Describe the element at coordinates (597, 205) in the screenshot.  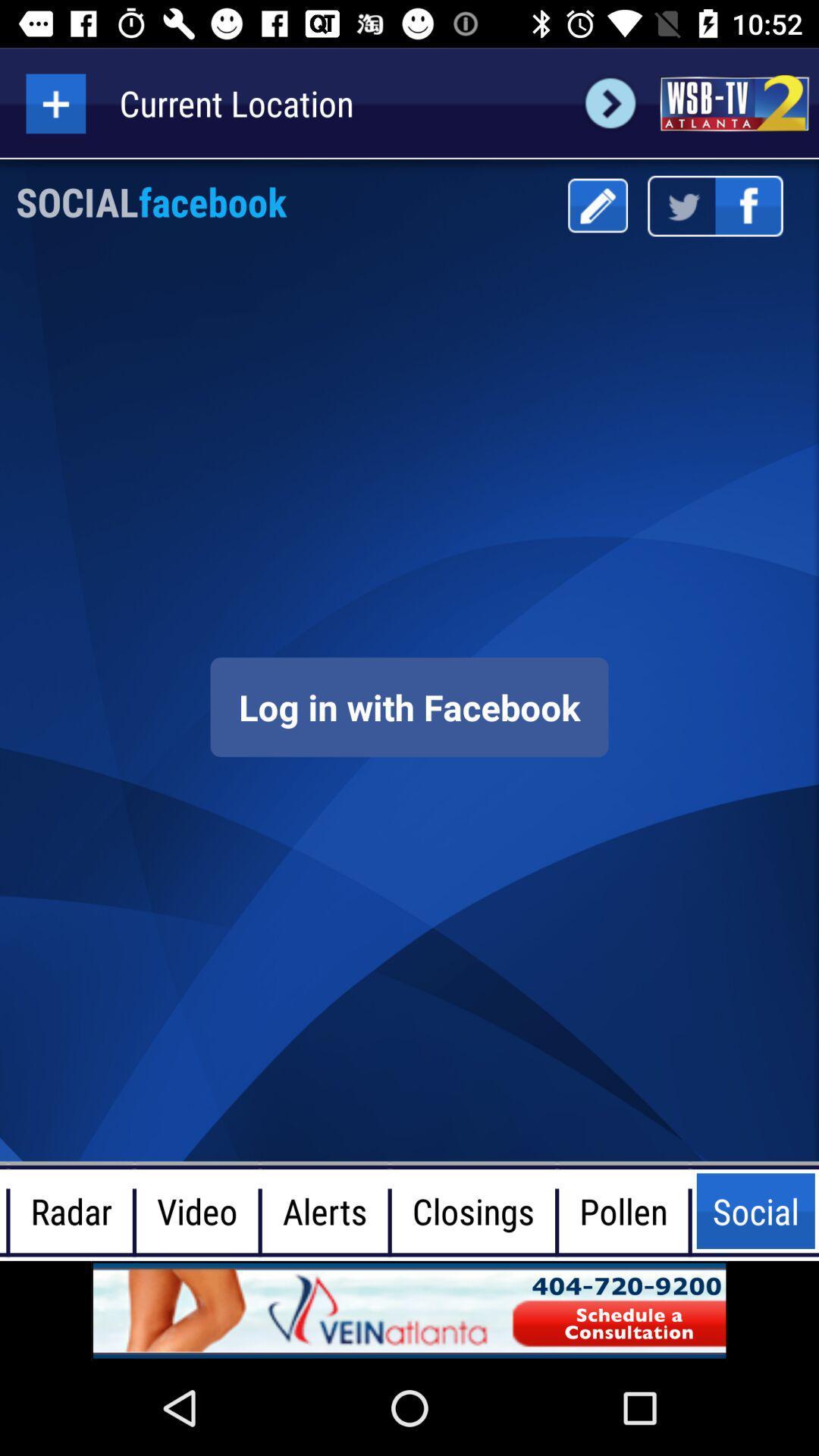
I see `menu page` at that location.